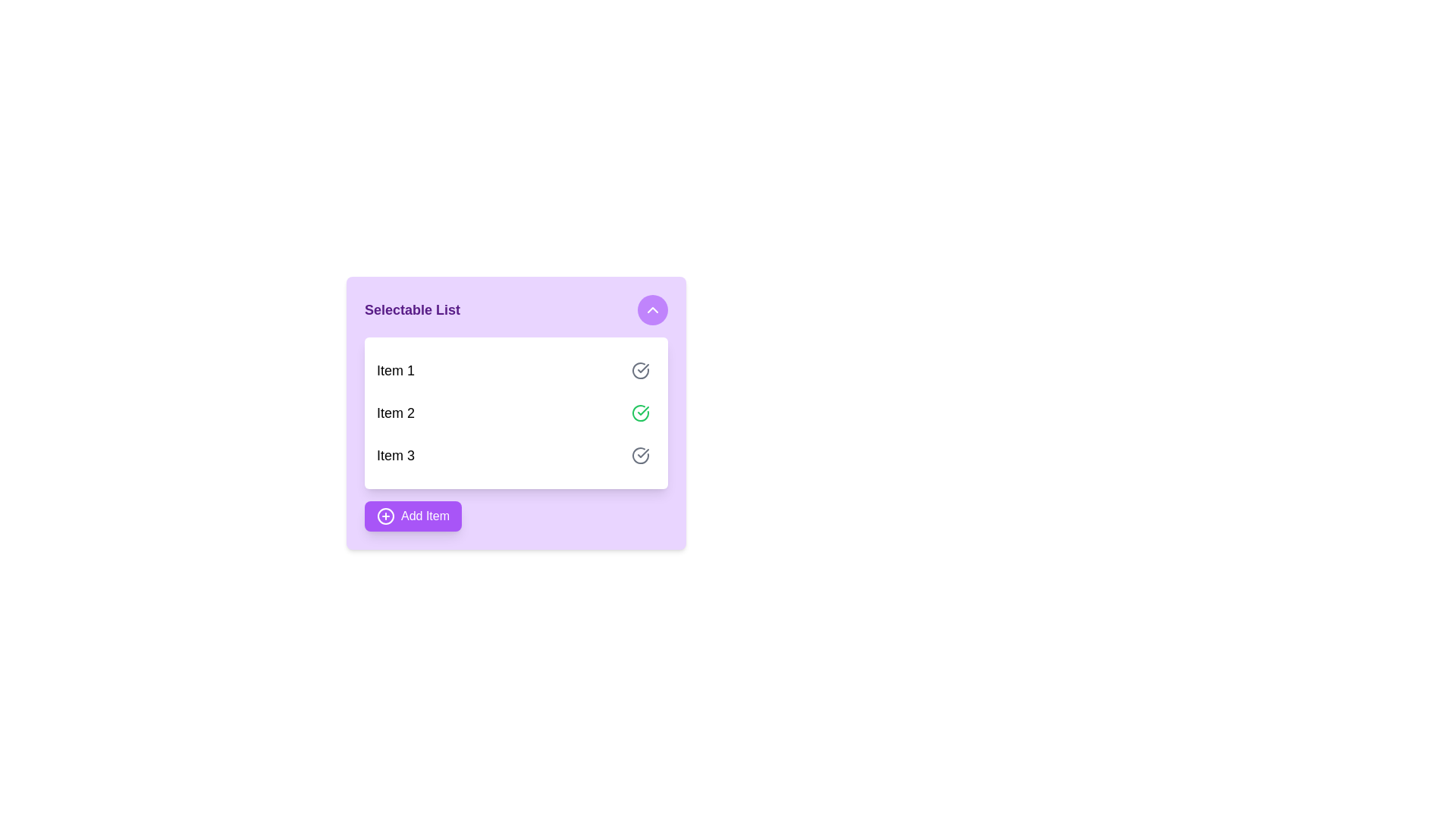 The height and width of the screenshot is (819, 1456). Describe the element at coordinates (516, 455) in the screenshot. I see `the third list item labeled 'Item 3'` at that location.